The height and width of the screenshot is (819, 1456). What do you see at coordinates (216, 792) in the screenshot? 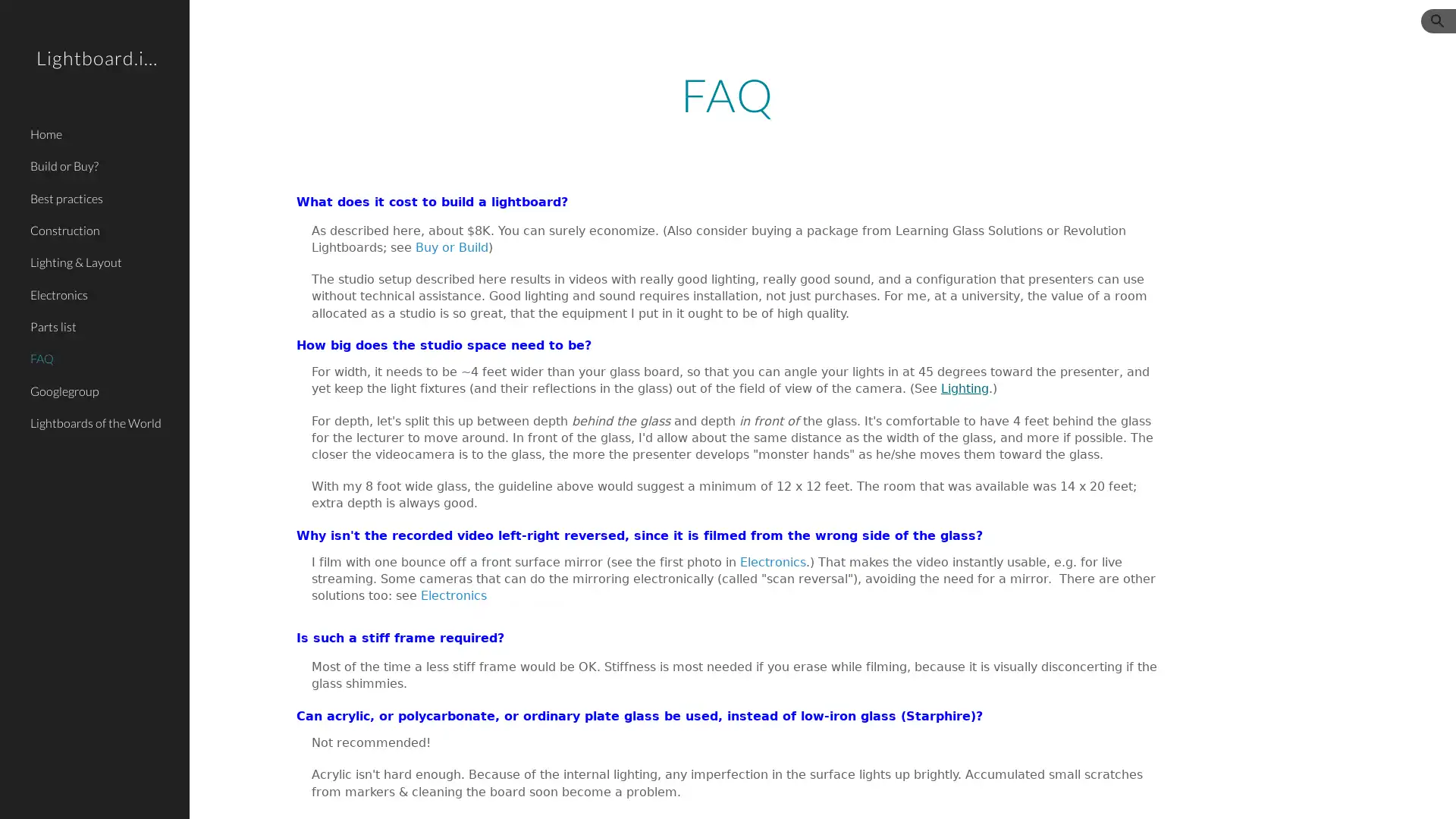
I see `Site actions` at bounding box center [216, 792].